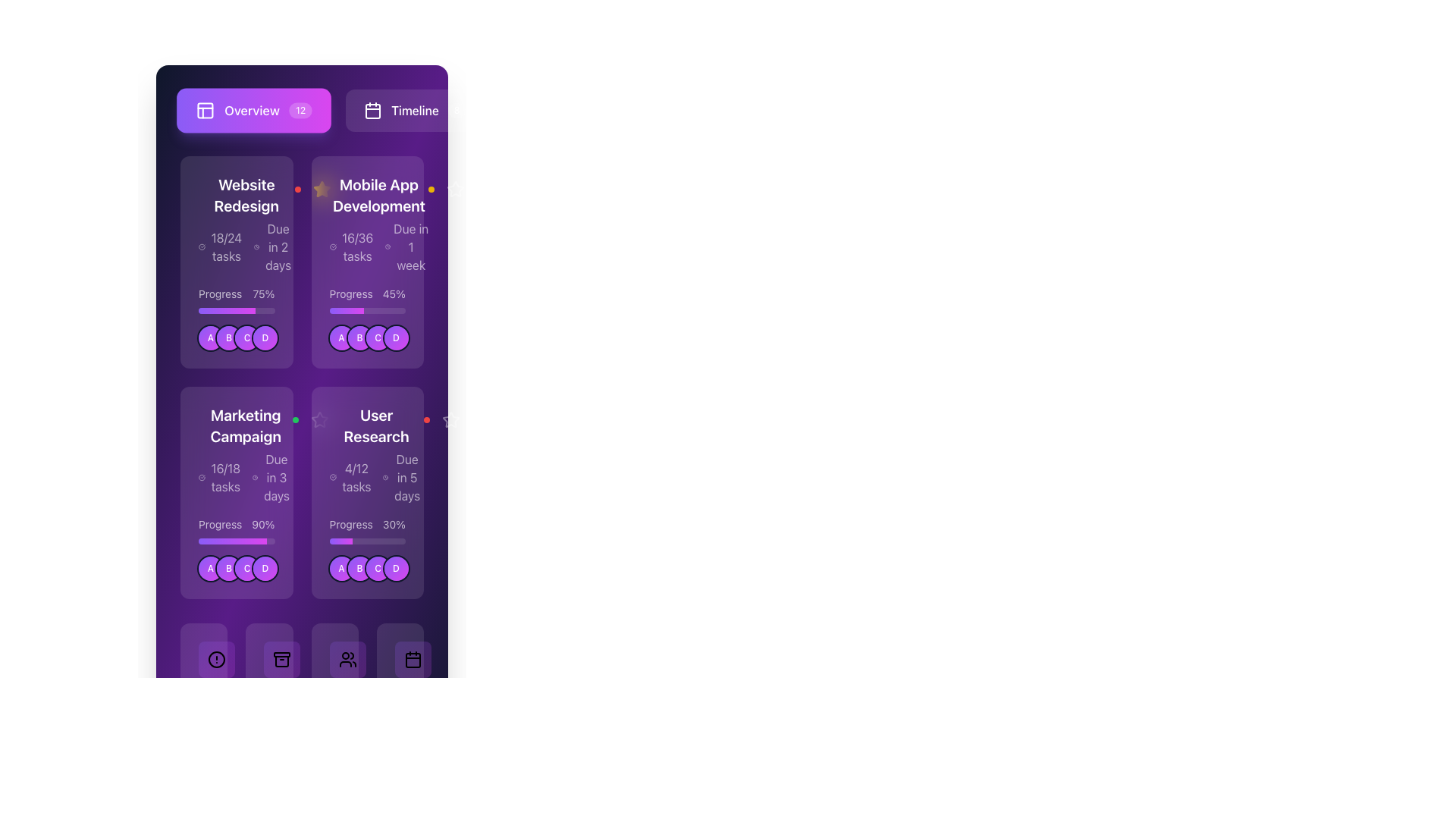 The image size is (1456, 819). What do you see at coordinates (367, 529) in the screenshot?
I see `progress percentage displayed in the text and progress bar combination located within the 'User Research' card, positioned above the circular avatars labeled A, B, C, and D` at bounding box center [367, 529].